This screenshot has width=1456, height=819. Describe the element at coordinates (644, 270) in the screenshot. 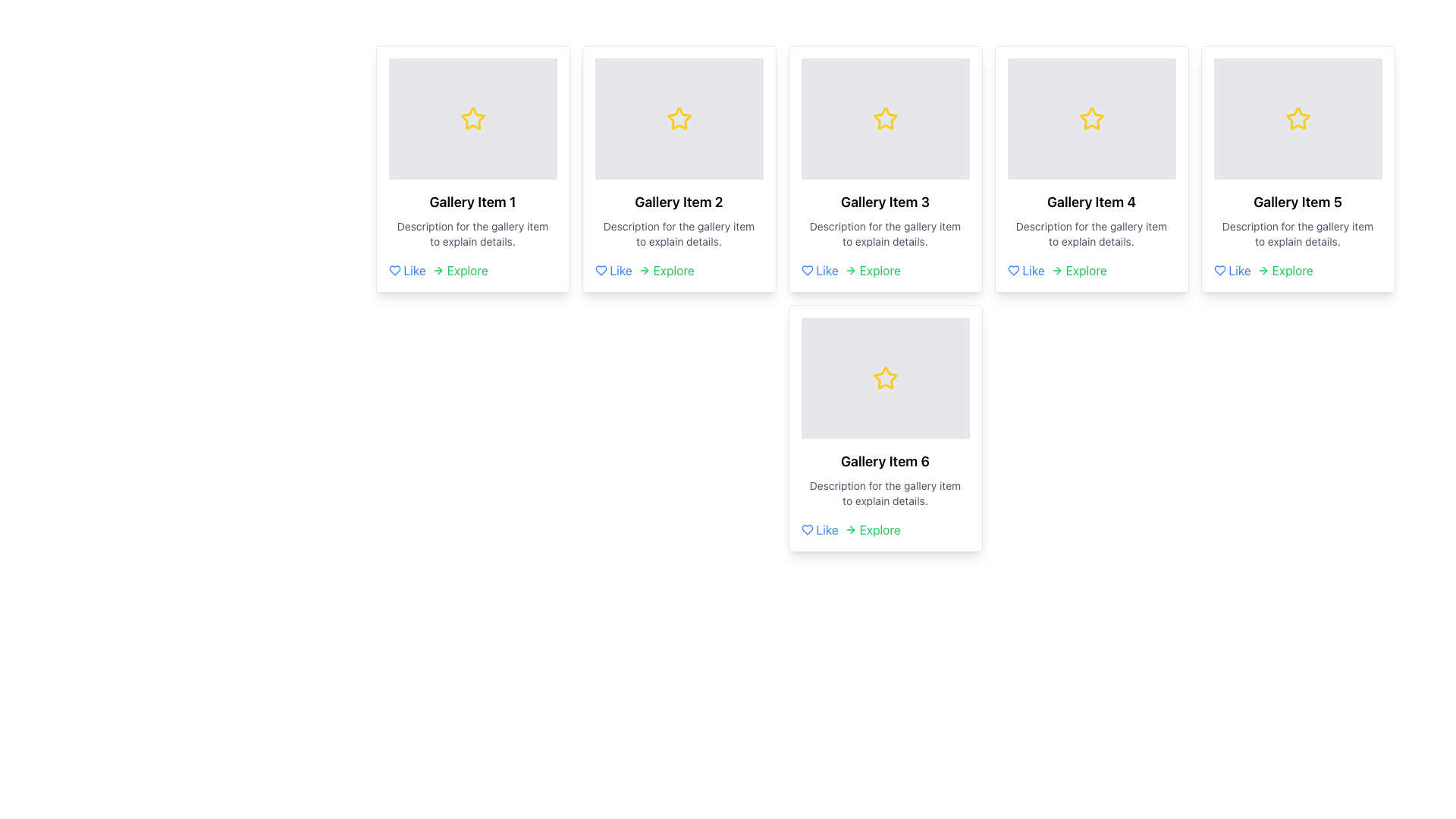

I see `the green right-pointing arrow icon located in the 'Explore' section, which is positioned to the right of the word 'Explore' and is part of the second gallery item` at that location.